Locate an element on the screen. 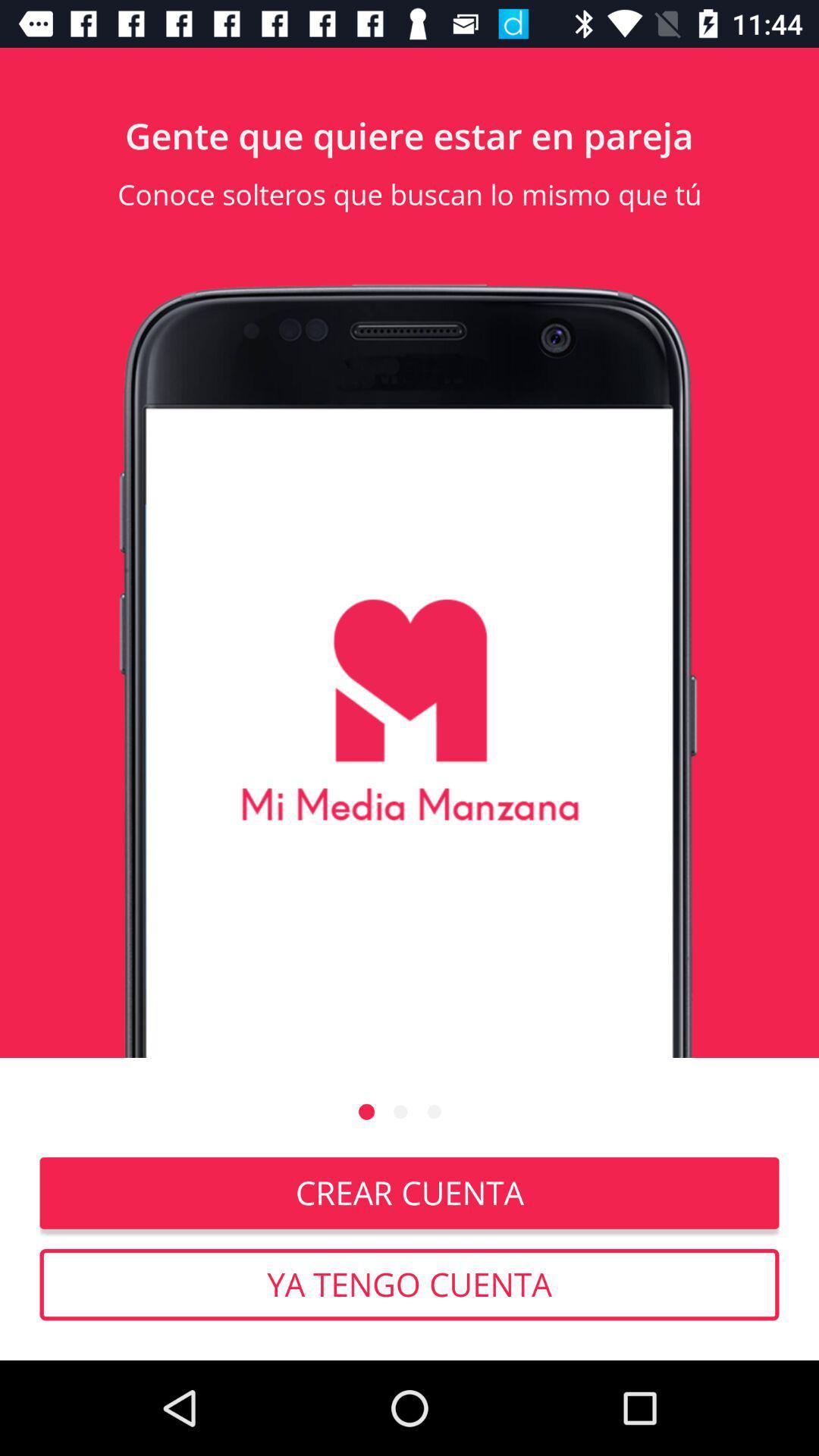 Image resolution: width=819 pixels, height=1456 pixels. crear cuenta item is located at coordinates (409, 1192).